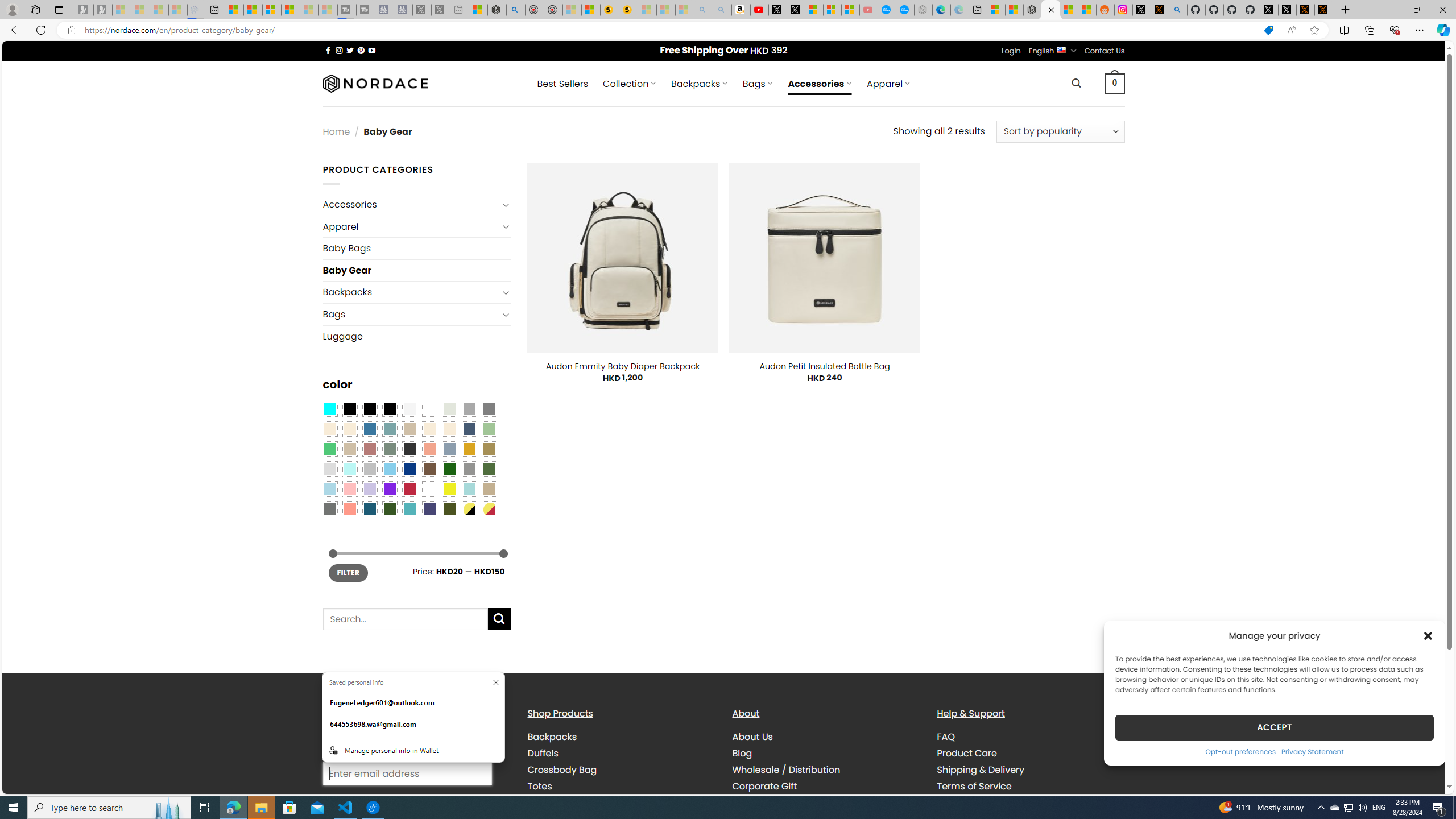  What do you see at coordinates (489, 448) in the screenshot?
I see `'Kelp'` at bounding box center [489, 448].